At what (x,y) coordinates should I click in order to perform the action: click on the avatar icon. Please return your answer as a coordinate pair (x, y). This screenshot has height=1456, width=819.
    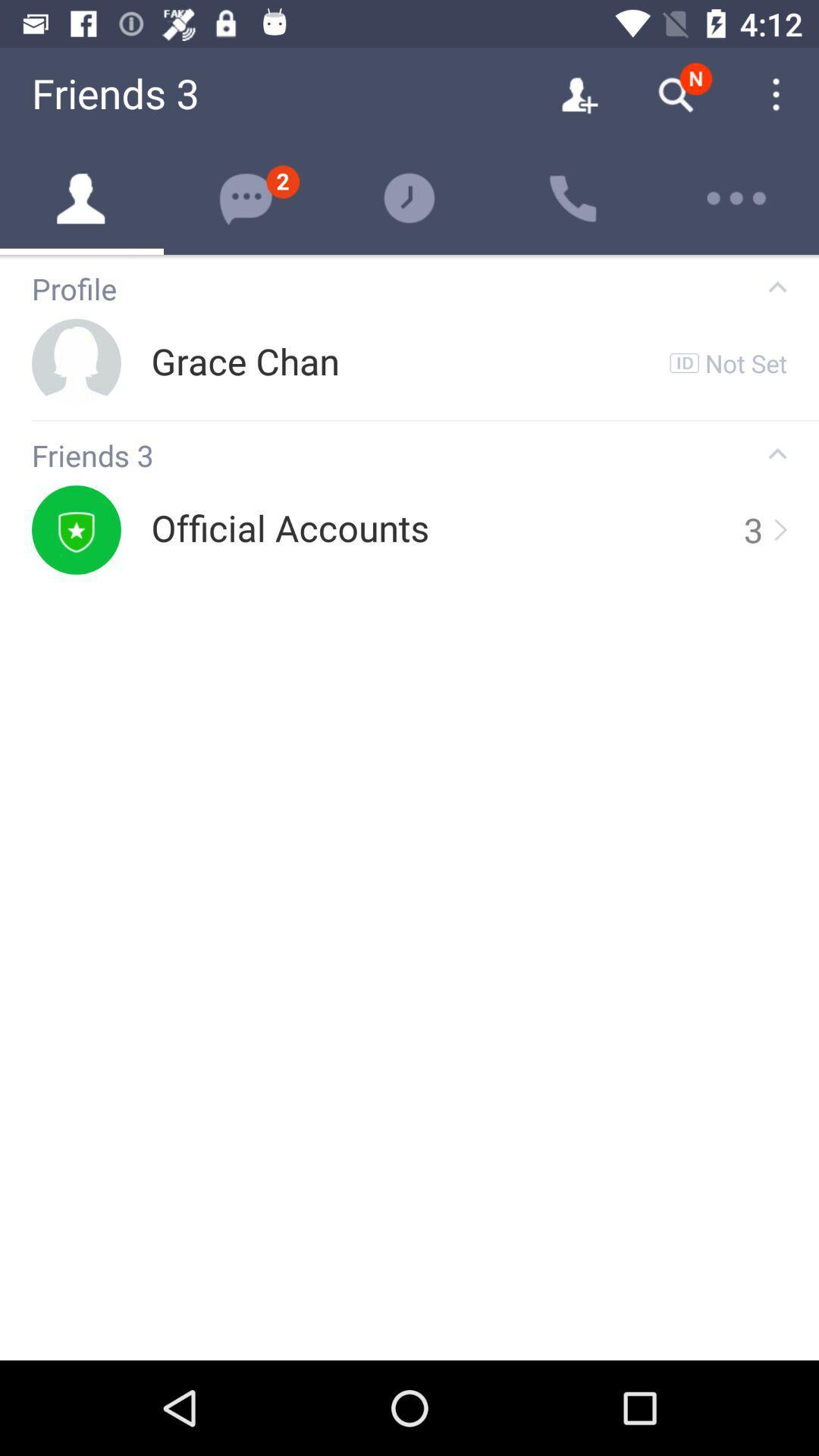
    Looking at the image, I should click on (82, 198).